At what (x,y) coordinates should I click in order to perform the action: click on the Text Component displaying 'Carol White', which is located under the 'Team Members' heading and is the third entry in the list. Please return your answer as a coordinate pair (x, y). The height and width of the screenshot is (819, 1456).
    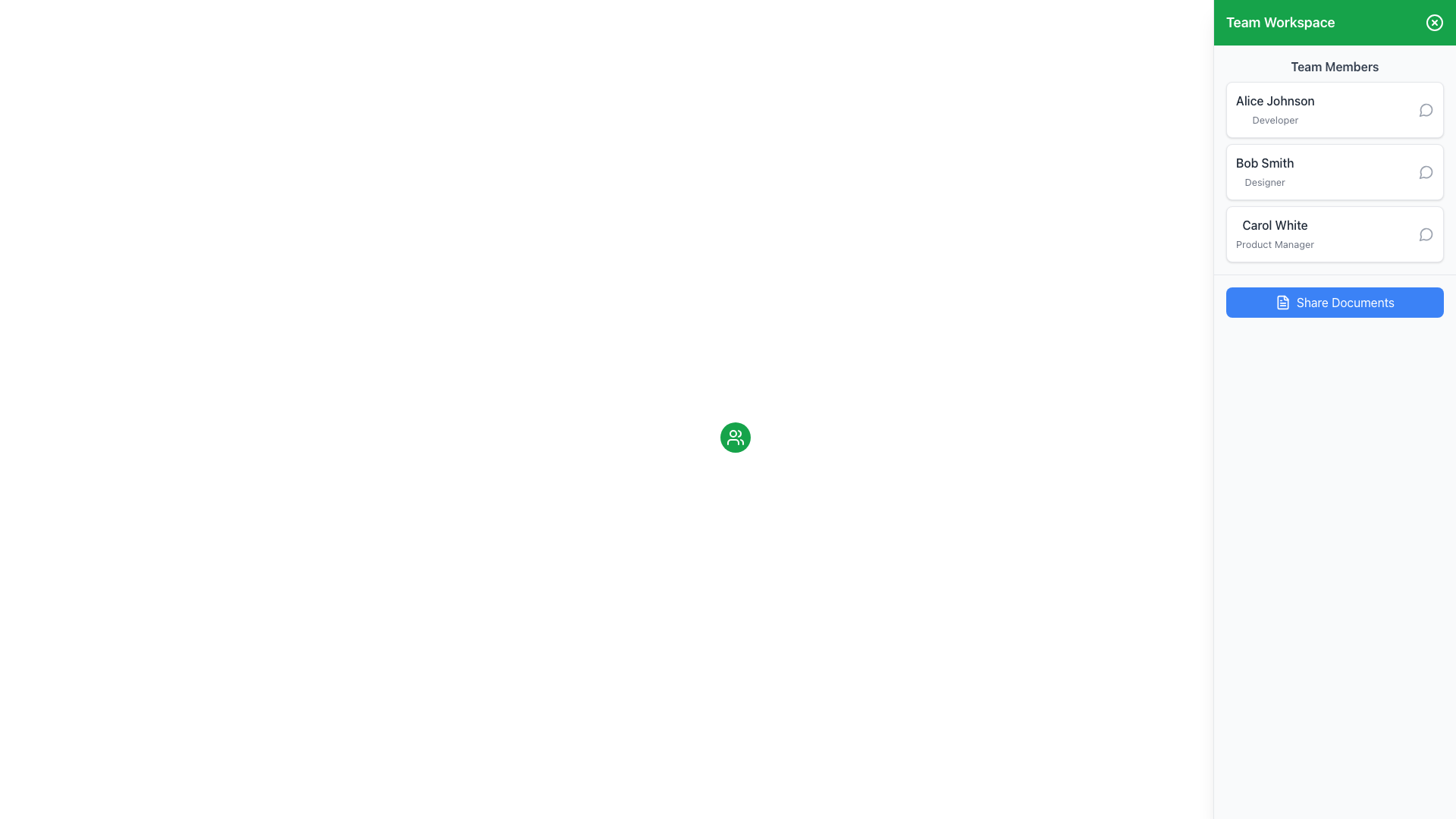
    Looking at the image, I should click on (1274, 234).